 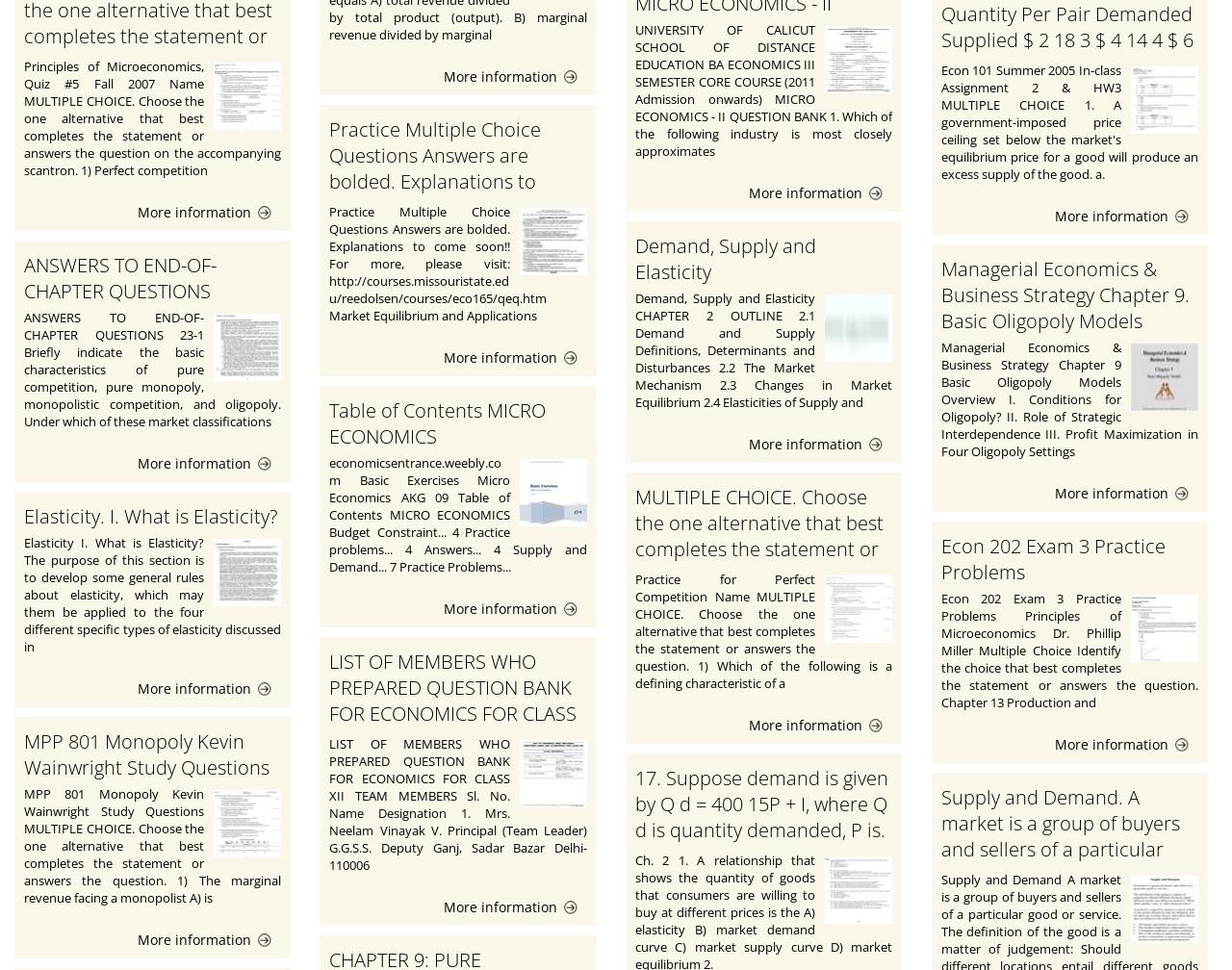 What do you see at coordinates (151, 370) in the screenshot?
I see `'ANSWERS TO END-OF-CHAPTER QUESTIONS 23-1 Briefly indicate the basic characteristics of pure competition, pure monopoly, monopolistic competition, and oligopoly. Under which of these market classifications'` at bounding box center [151, 370].